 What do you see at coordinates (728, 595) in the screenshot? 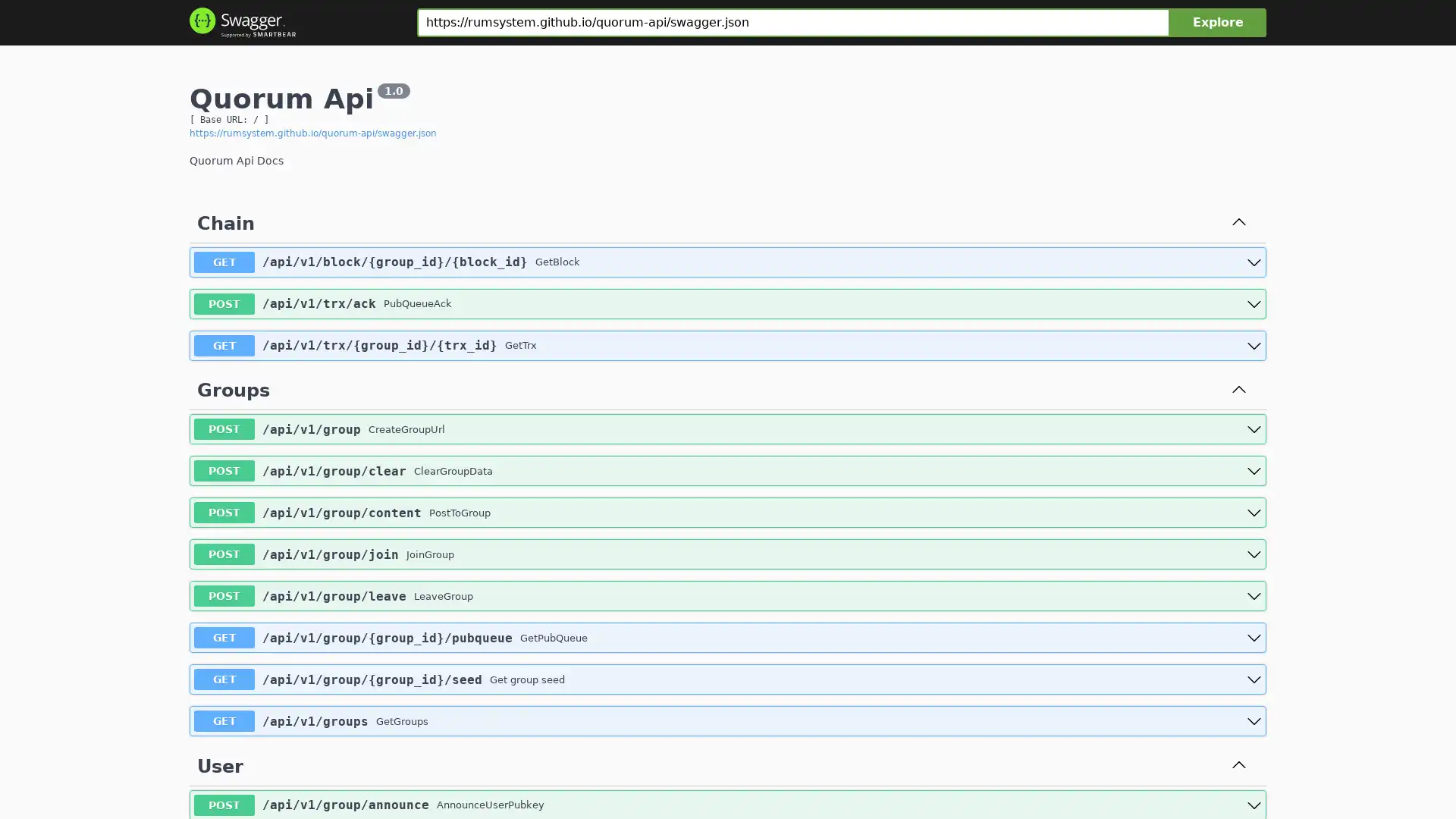
I see `post /api/v1/group/leave` at bounding box center [728, 595].